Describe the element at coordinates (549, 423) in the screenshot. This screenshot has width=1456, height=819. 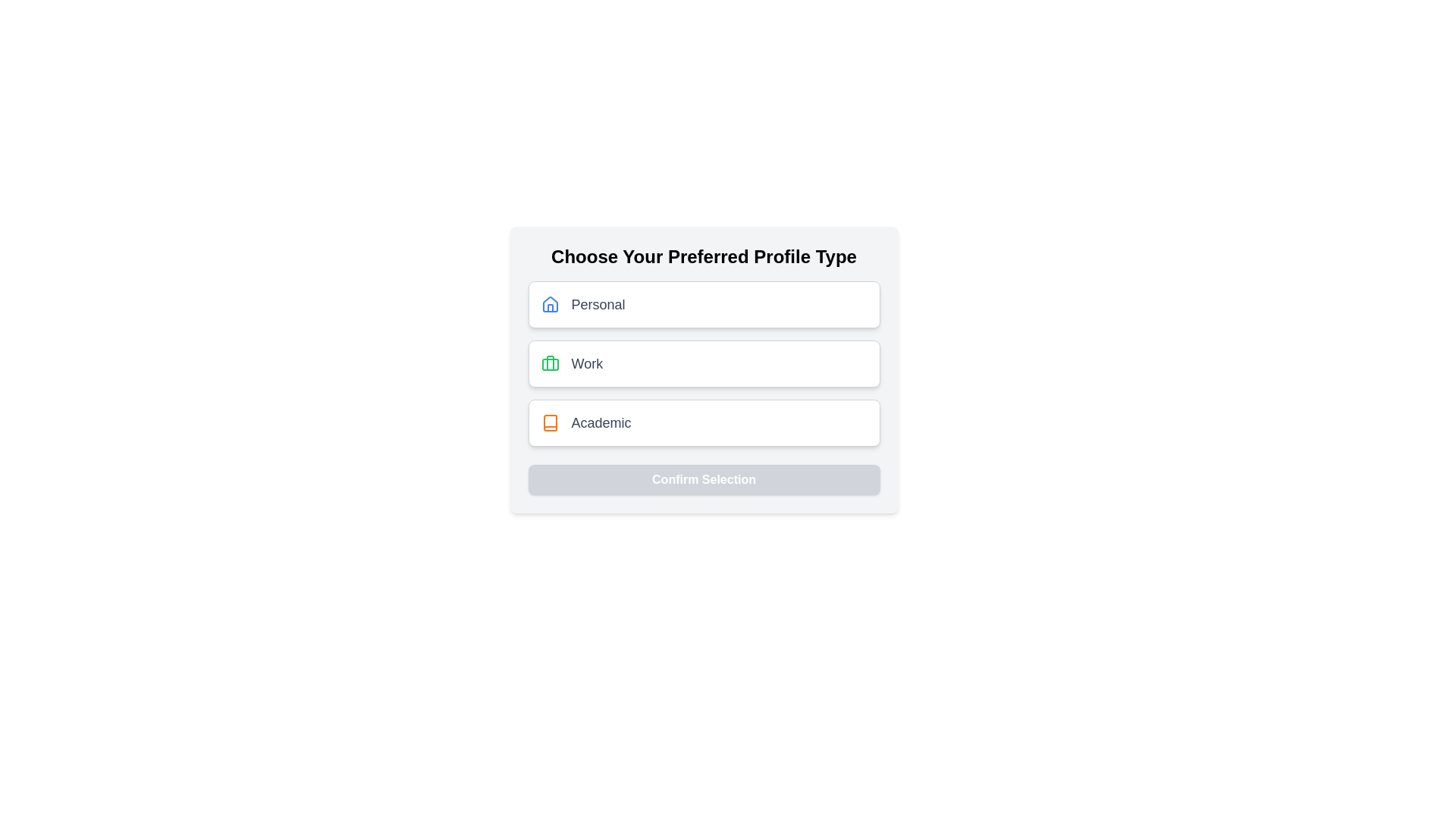
I see `the 'Academic' profile type icon, which is located to the left of the text label in the profile type selection section` at that location.